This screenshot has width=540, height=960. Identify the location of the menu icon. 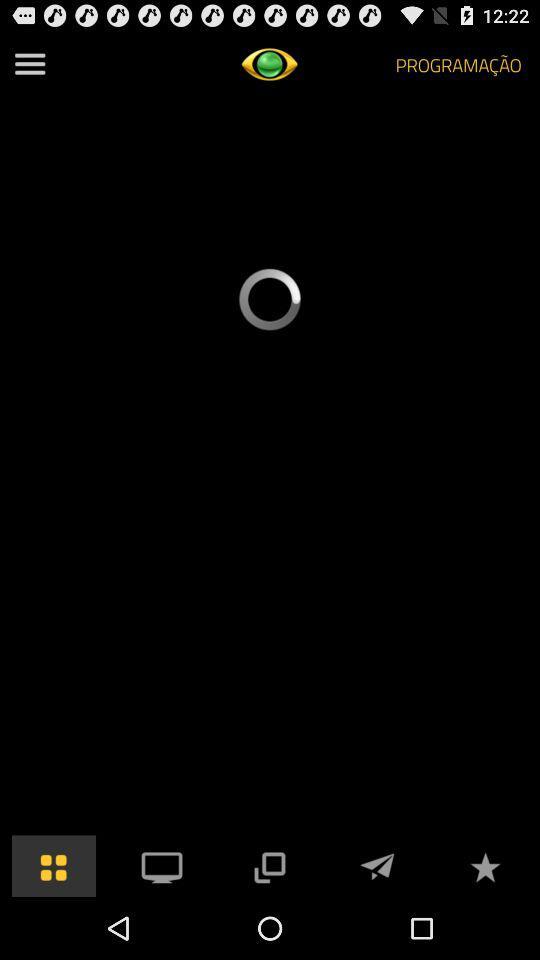
(29, 68).